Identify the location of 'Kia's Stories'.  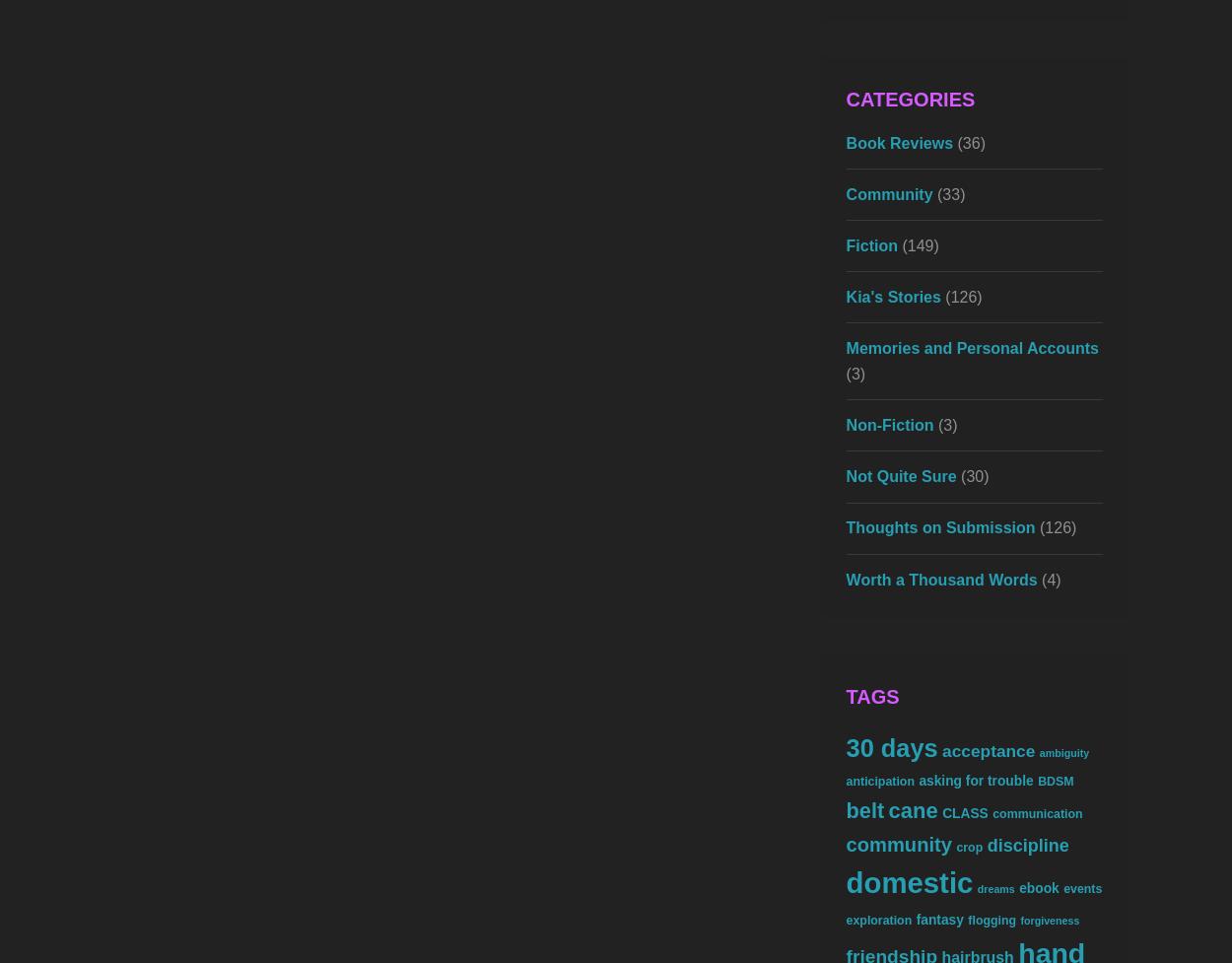
(845, 296).